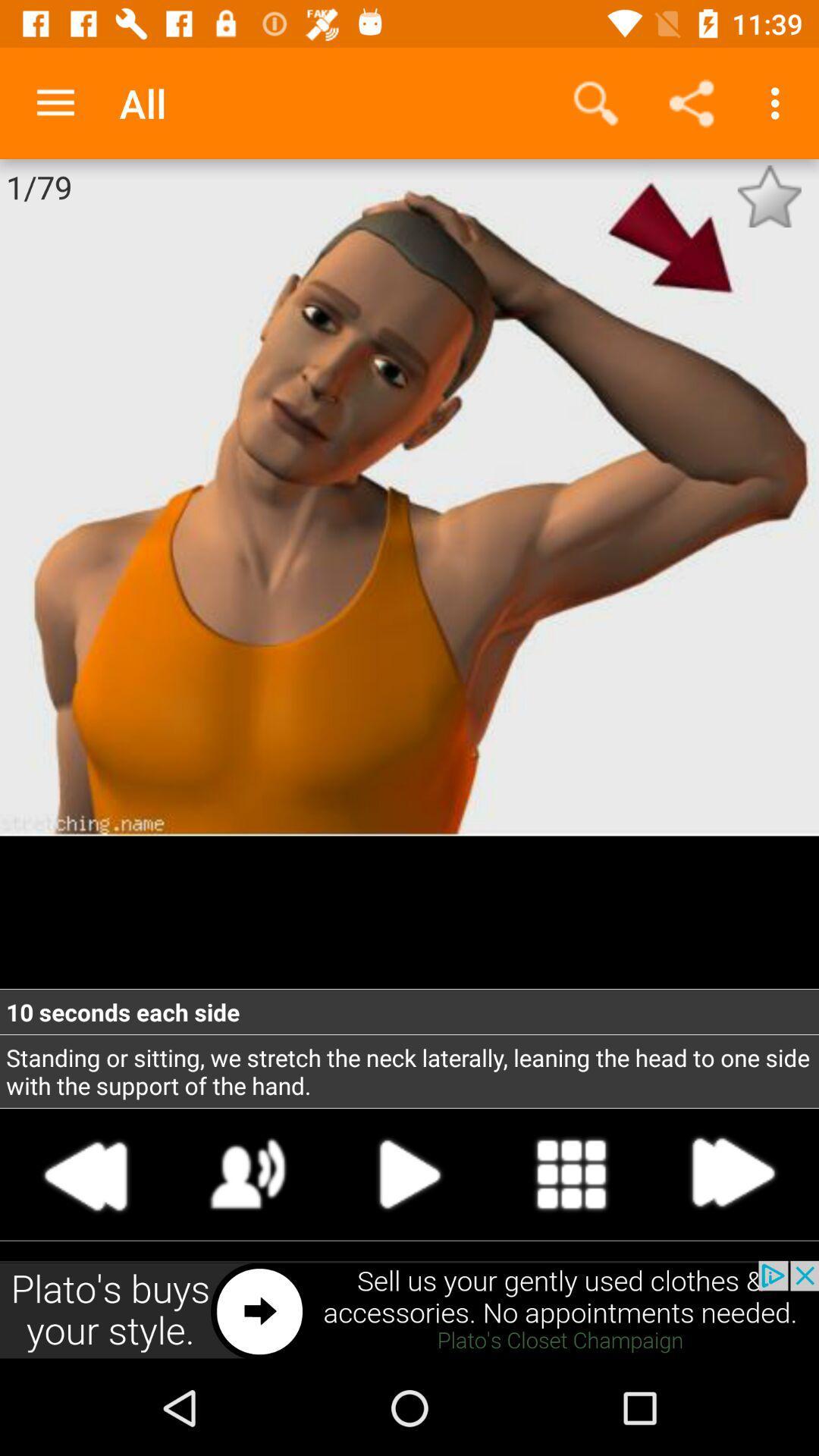 This screenshot has height=1456, width=819. What do you see at coordinates (769, 196) in the screenshot?
I see `the star icon` at bounding box center [769, 196].